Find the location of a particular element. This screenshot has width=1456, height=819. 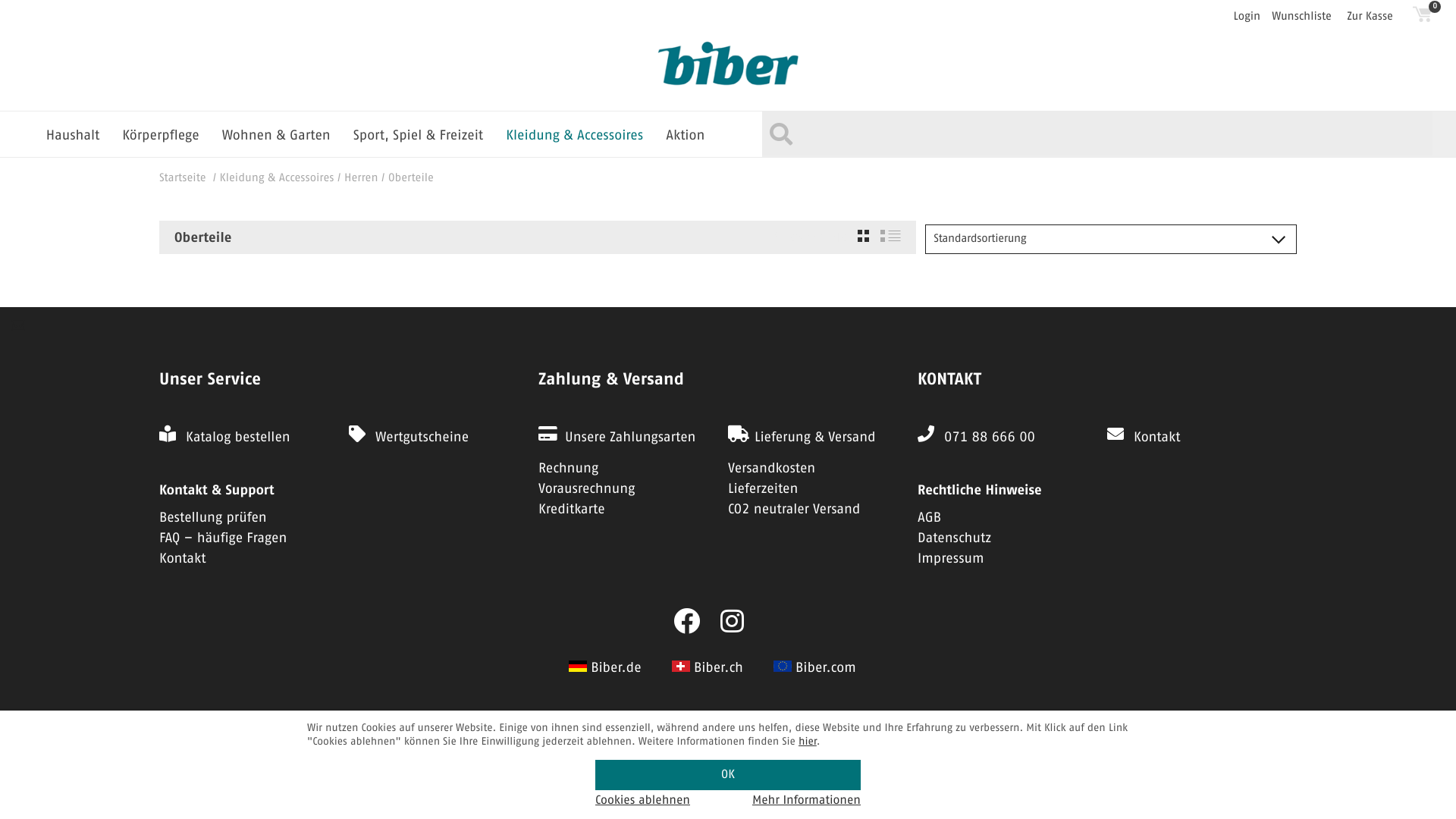

'Lieferung & Versand' is located at coordinates (814, 438).